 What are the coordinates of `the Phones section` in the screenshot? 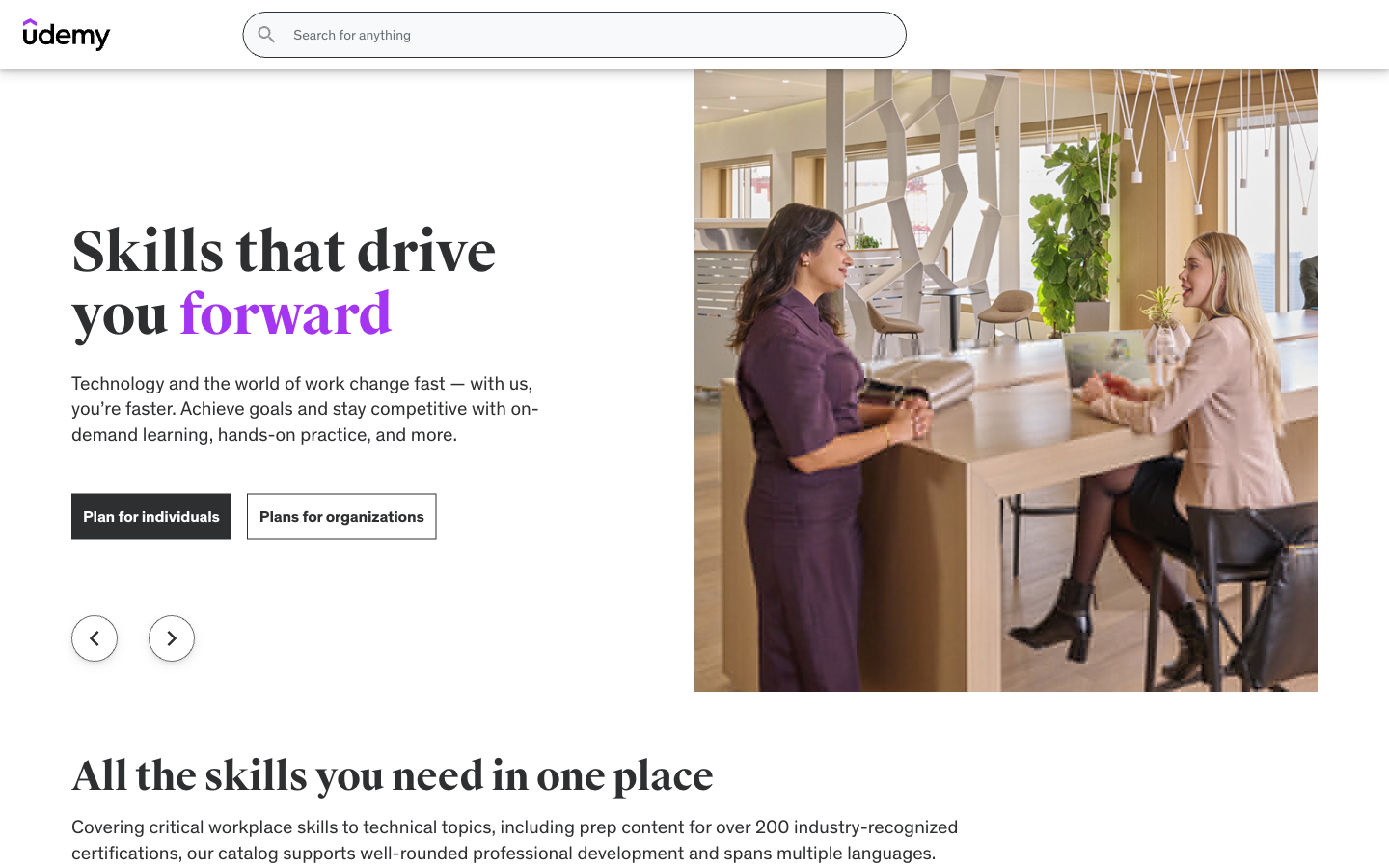 It's located at (741, 88).